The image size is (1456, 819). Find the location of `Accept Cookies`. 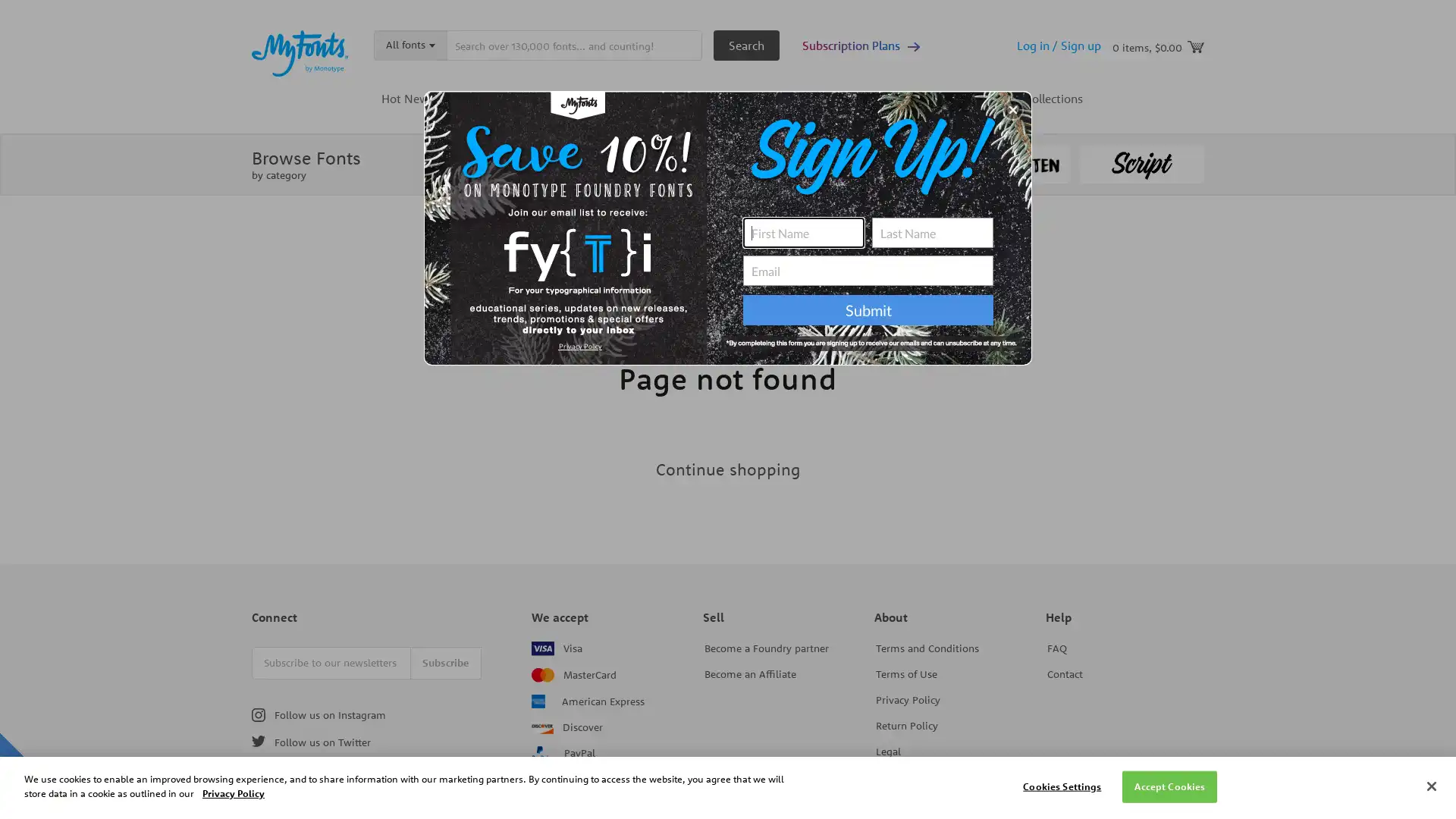

Accept Cookies is located at coordinates (1169, 786).